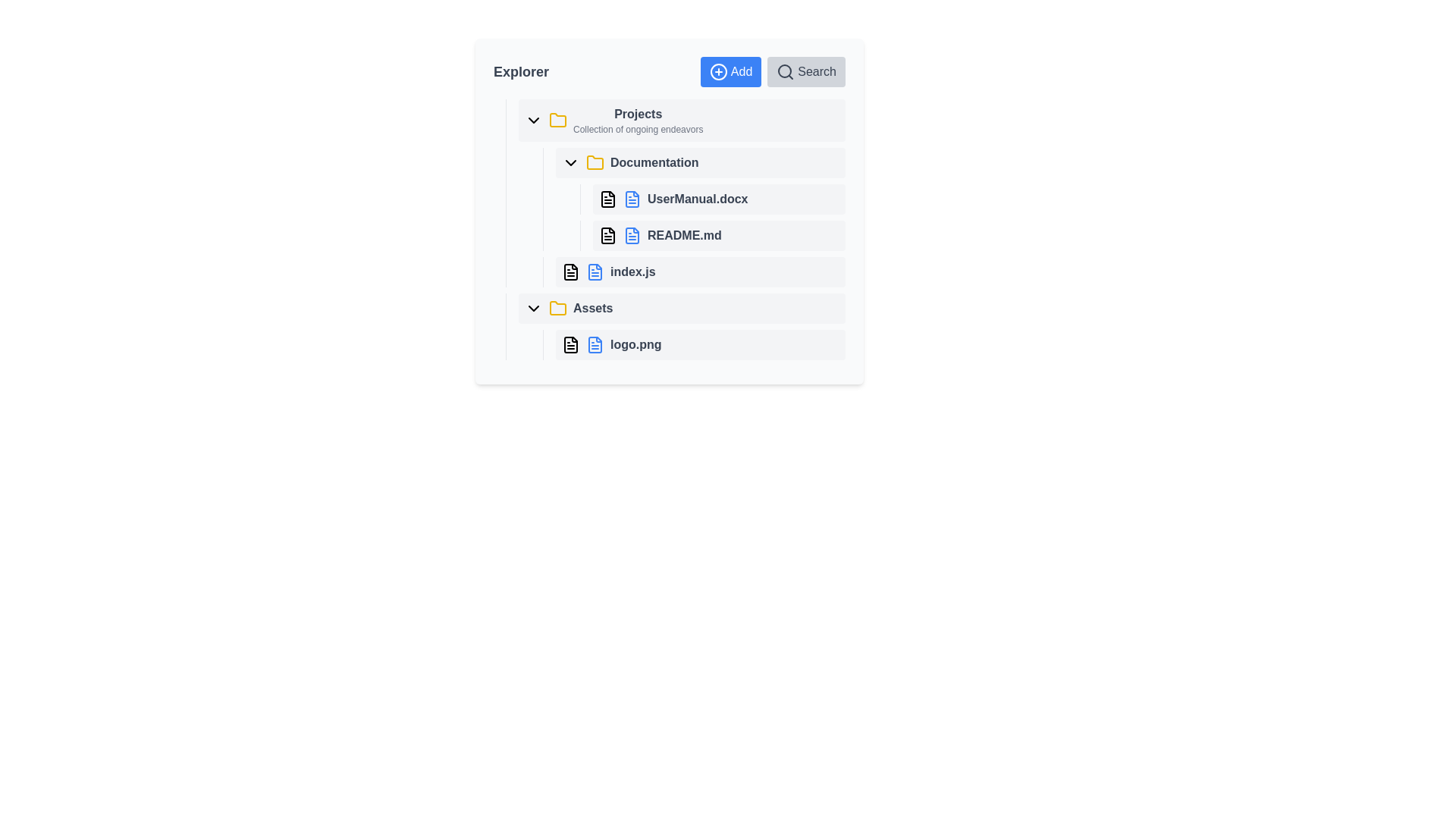 The width and height of the screenshot is (1456, 819). Describe the element at coordinates (654, 163) in the screenshot. I see `the 'Documentation' text label in the file navigation interface` at that location.